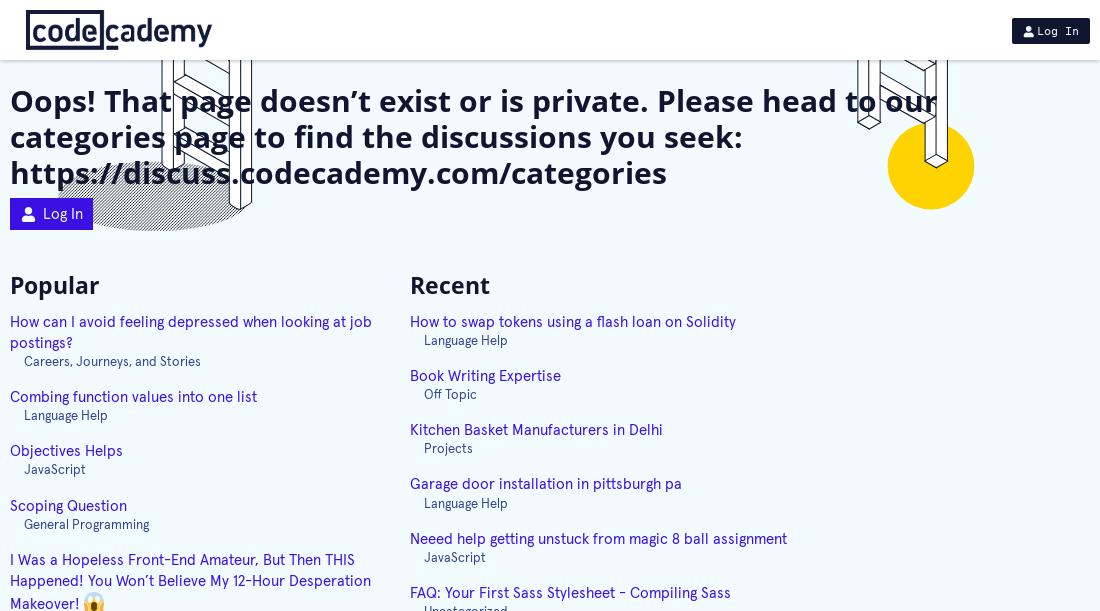 This screenshot has width=1100, height=611. Describe the element at coordinates (536, 429) in the screenshot. I see `'Kitchen Basket Manufacturers in Delhi'` at that location.